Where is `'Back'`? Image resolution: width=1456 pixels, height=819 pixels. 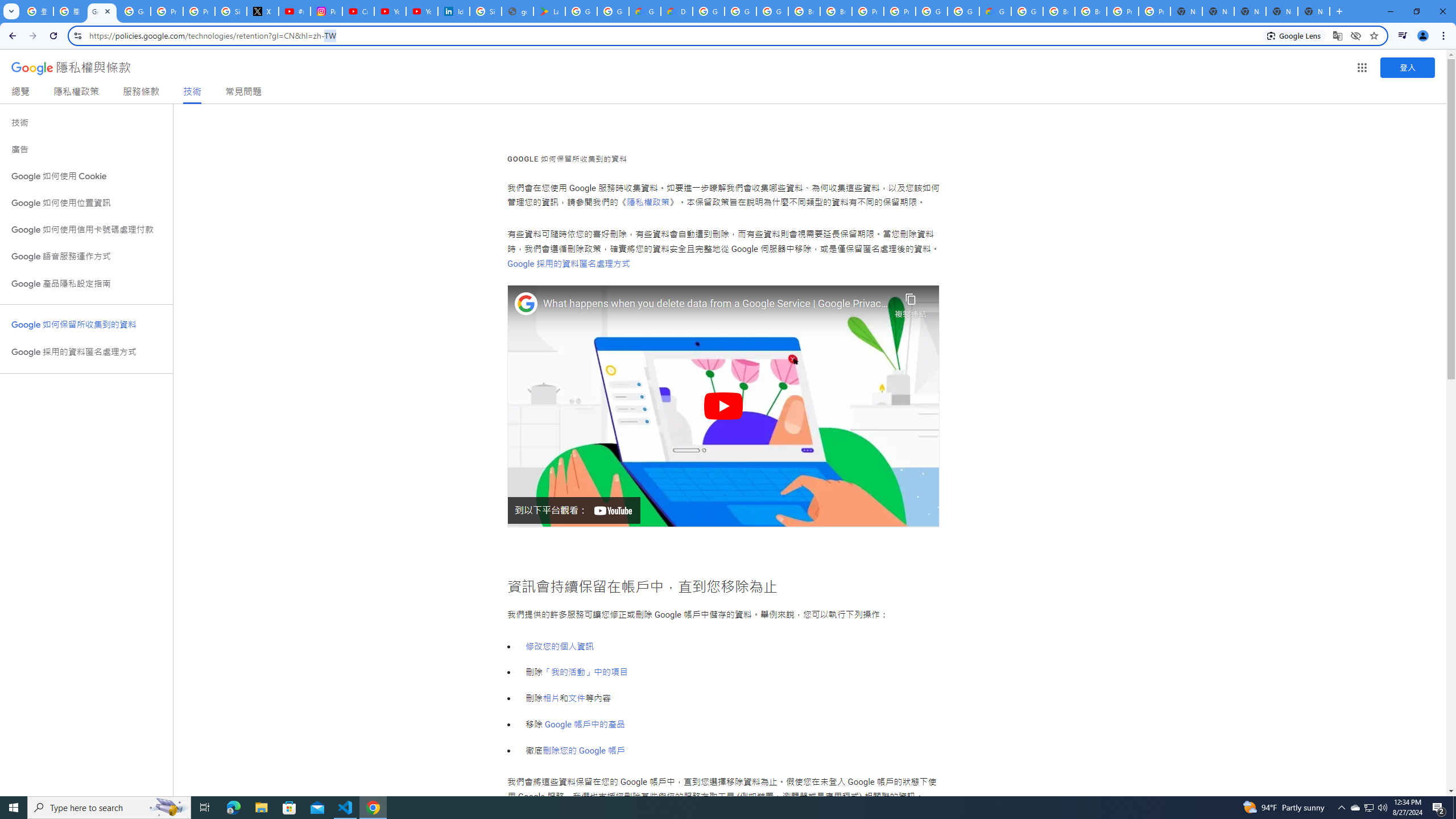 'Back' is located at coordinates (11, 35).